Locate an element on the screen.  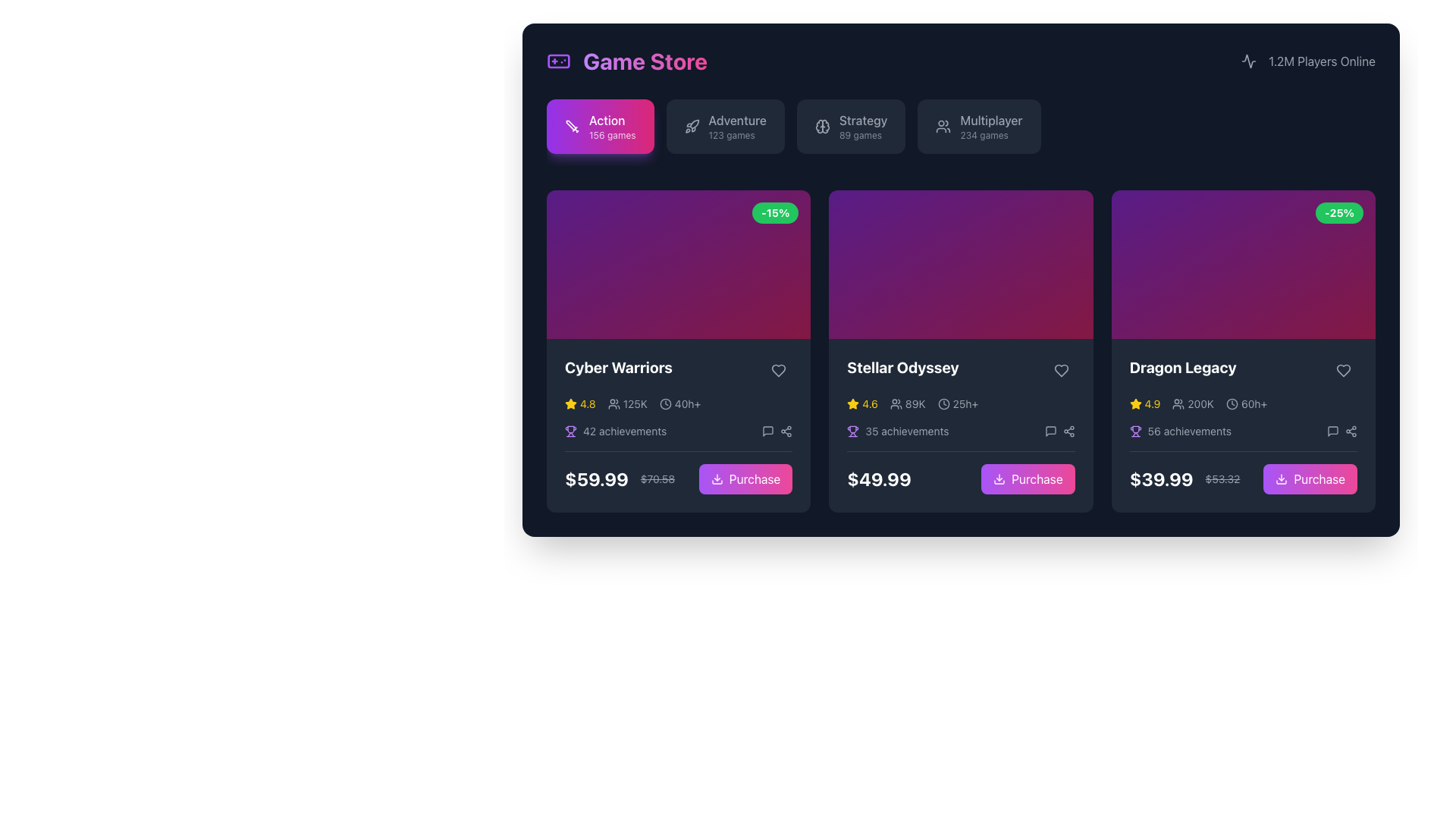
the Label displaying the estimated playtime for the 'Dragon Legacy' game, located in the gameplay details section below the header, between player count and achievement details is located at coordinates (1247, 403).